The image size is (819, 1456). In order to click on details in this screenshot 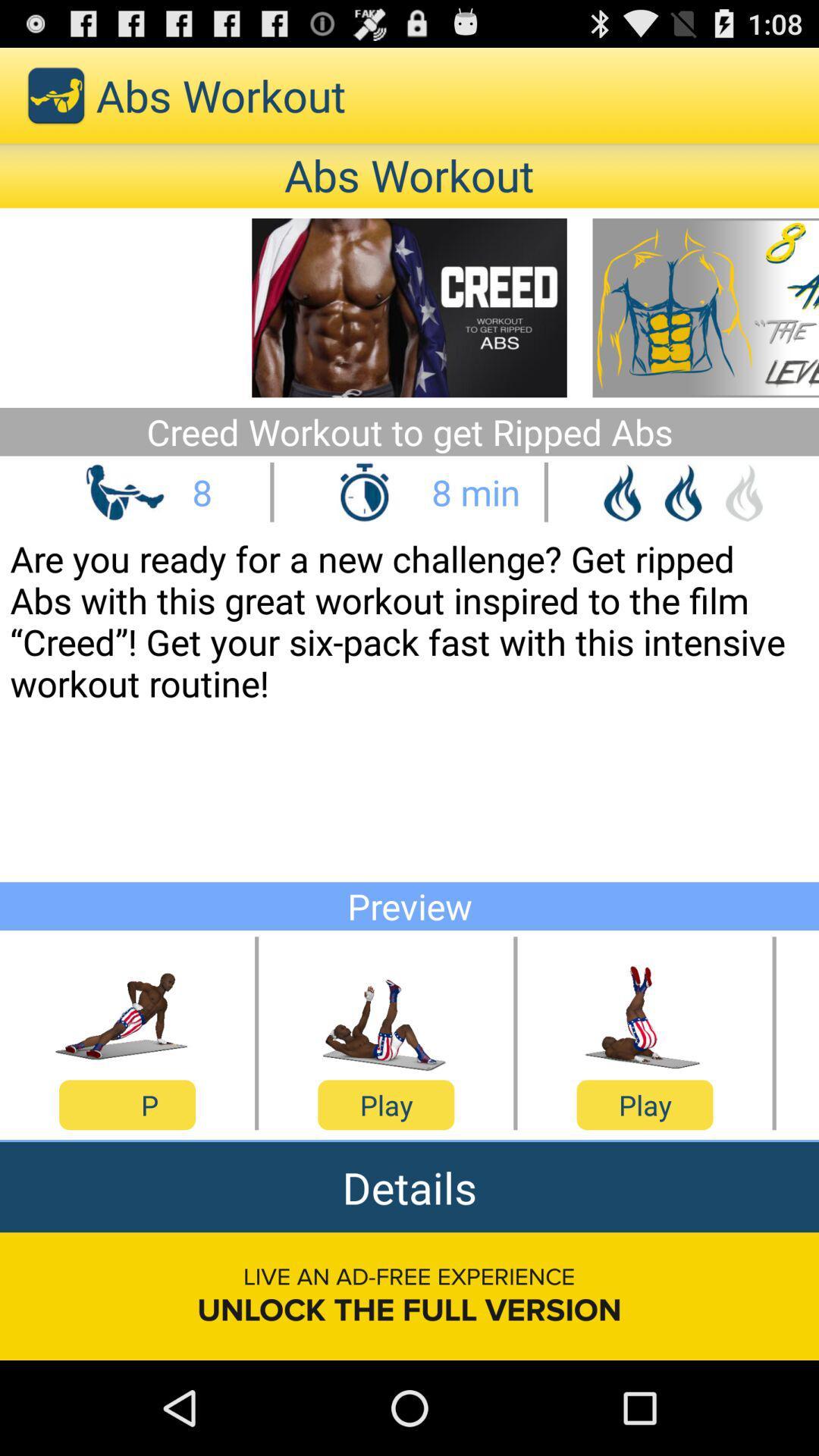, I will do `click(409, 1186)`.